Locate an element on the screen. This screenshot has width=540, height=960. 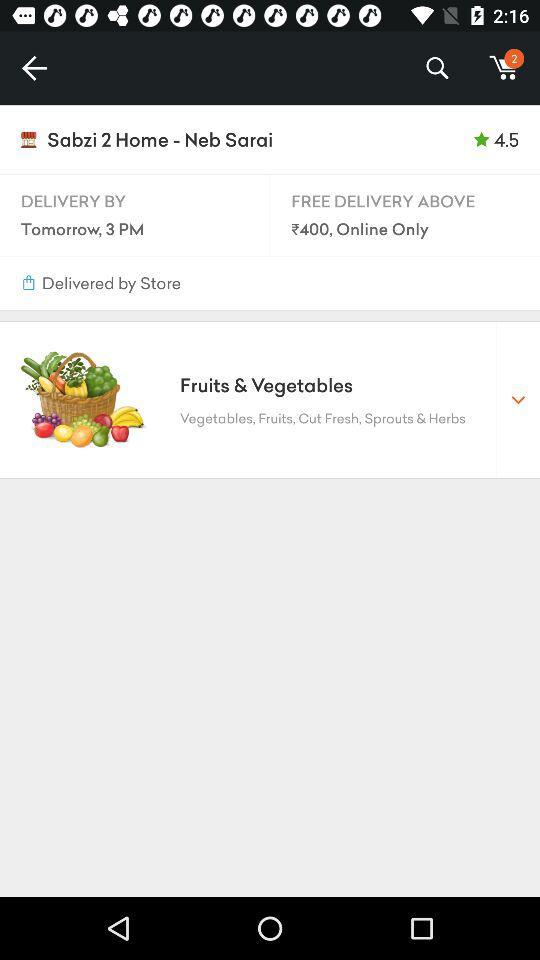
the icon next to % is located at coordinates (33, 68).